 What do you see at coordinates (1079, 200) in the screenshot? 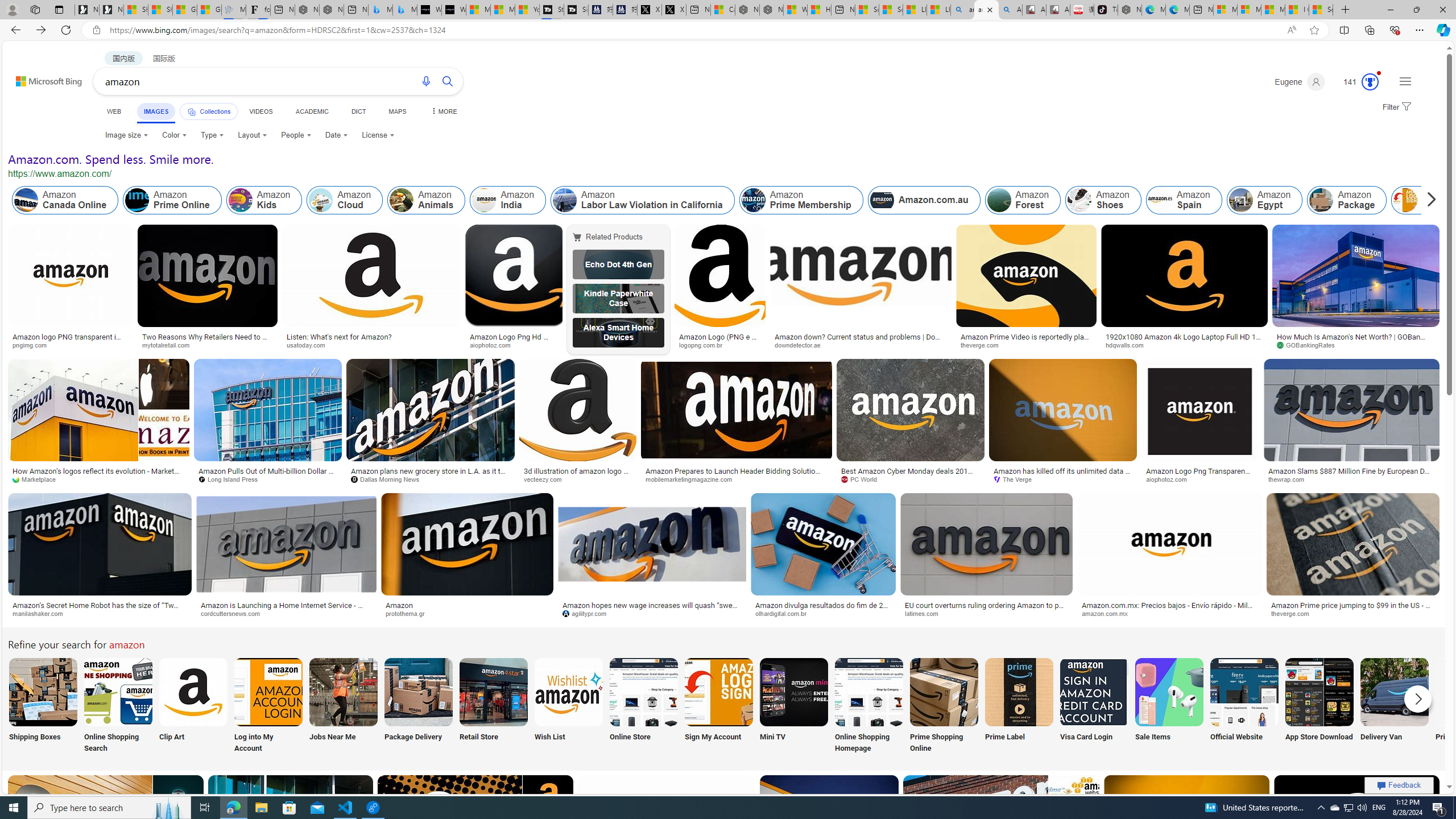
I see `'Amazon Shoes'` at bounding box center [1079, 200].